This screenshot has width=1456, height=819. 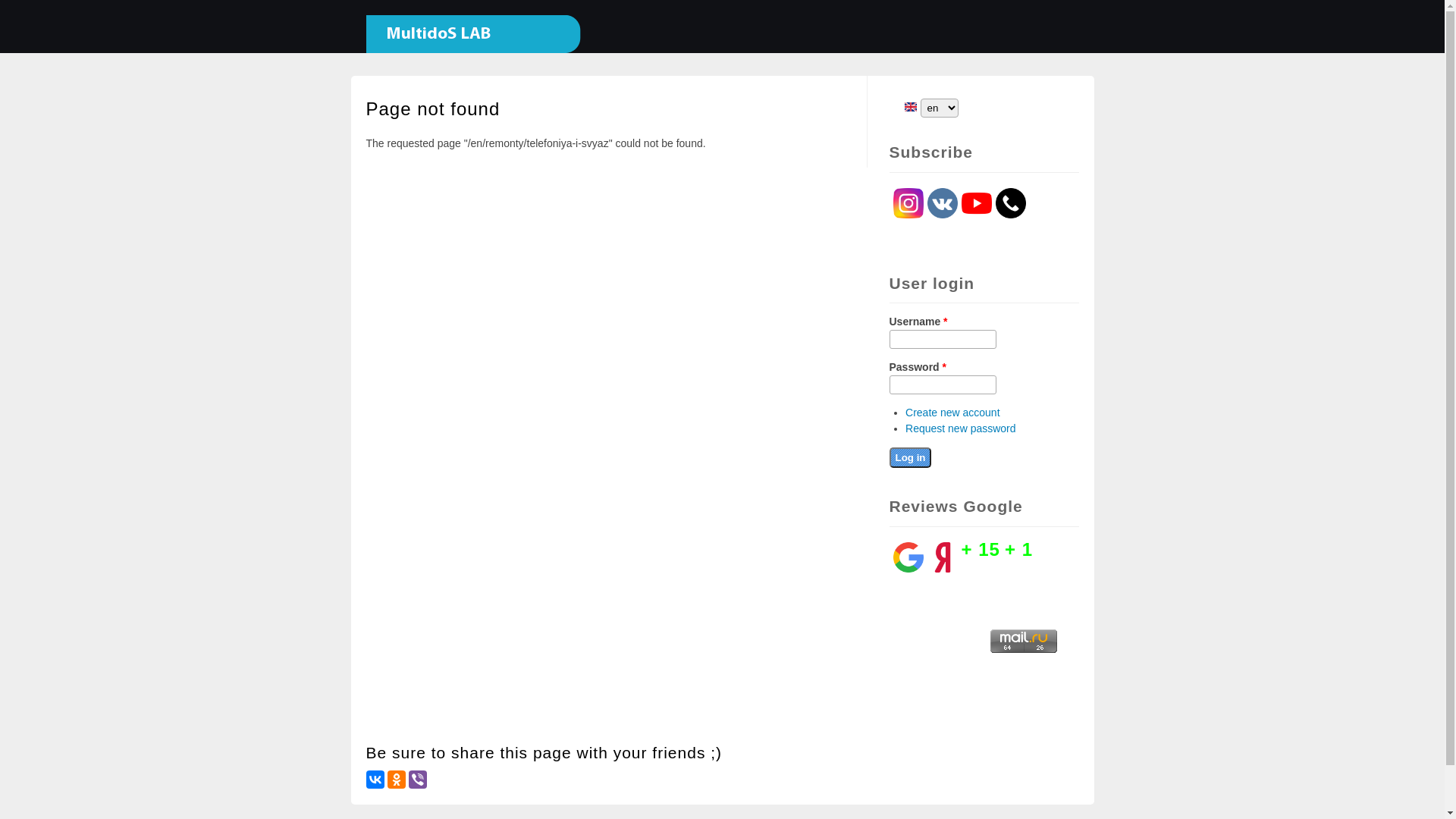 What do you see at coordinates (952, 412) in the screenshot?
I see `'Create new account'` at bounding box center [952, 412].